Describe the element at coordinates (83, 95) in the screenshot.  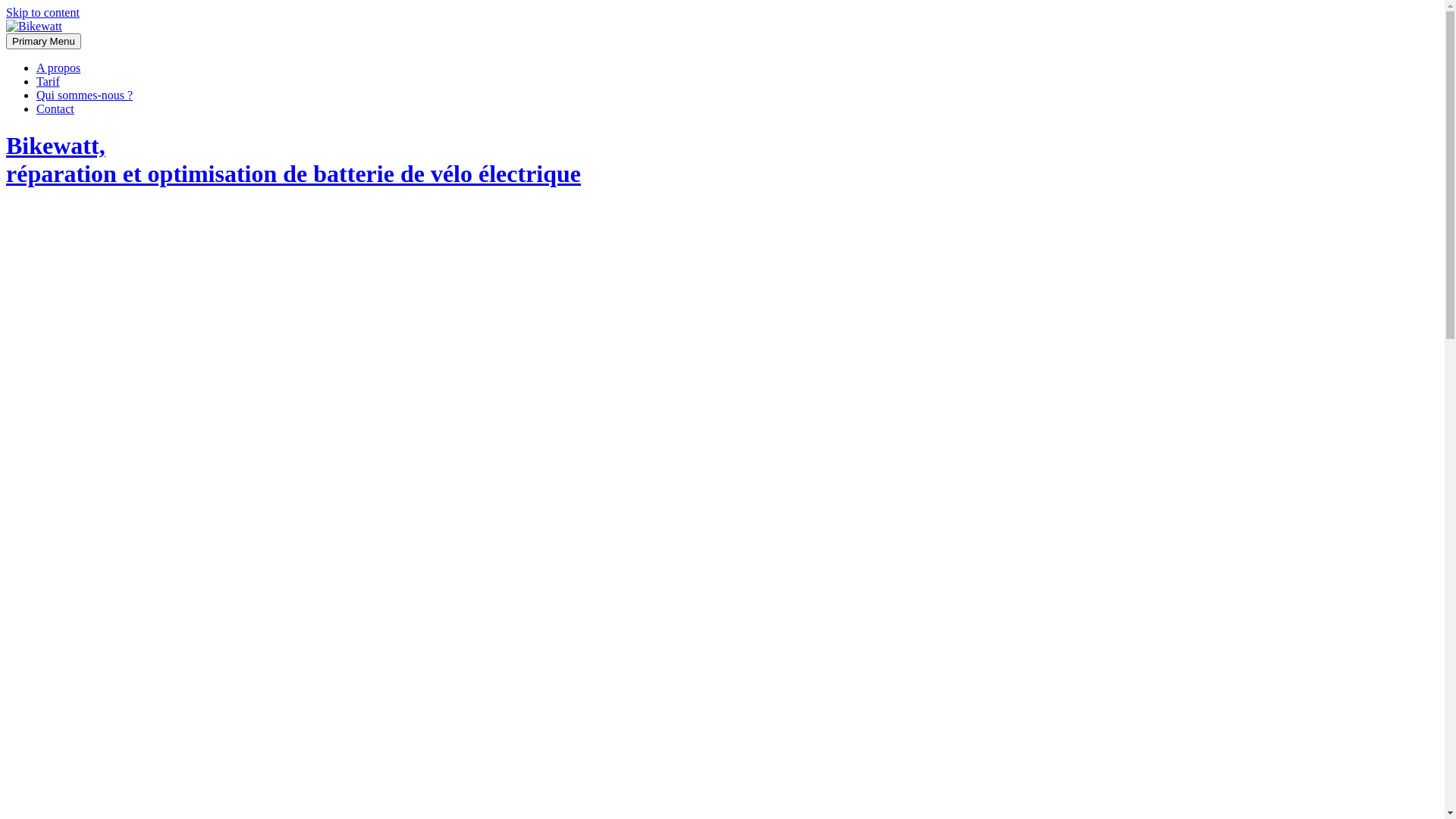
I see `'Qui sommes-nous ?'` at that location.